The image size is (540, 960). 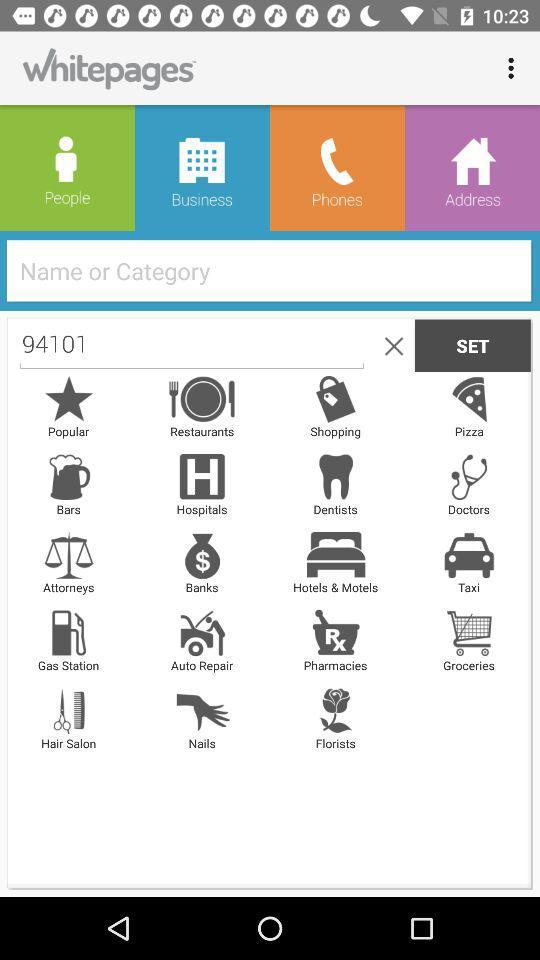 I want to click on 94101 icon, so click(x=192, y=345).